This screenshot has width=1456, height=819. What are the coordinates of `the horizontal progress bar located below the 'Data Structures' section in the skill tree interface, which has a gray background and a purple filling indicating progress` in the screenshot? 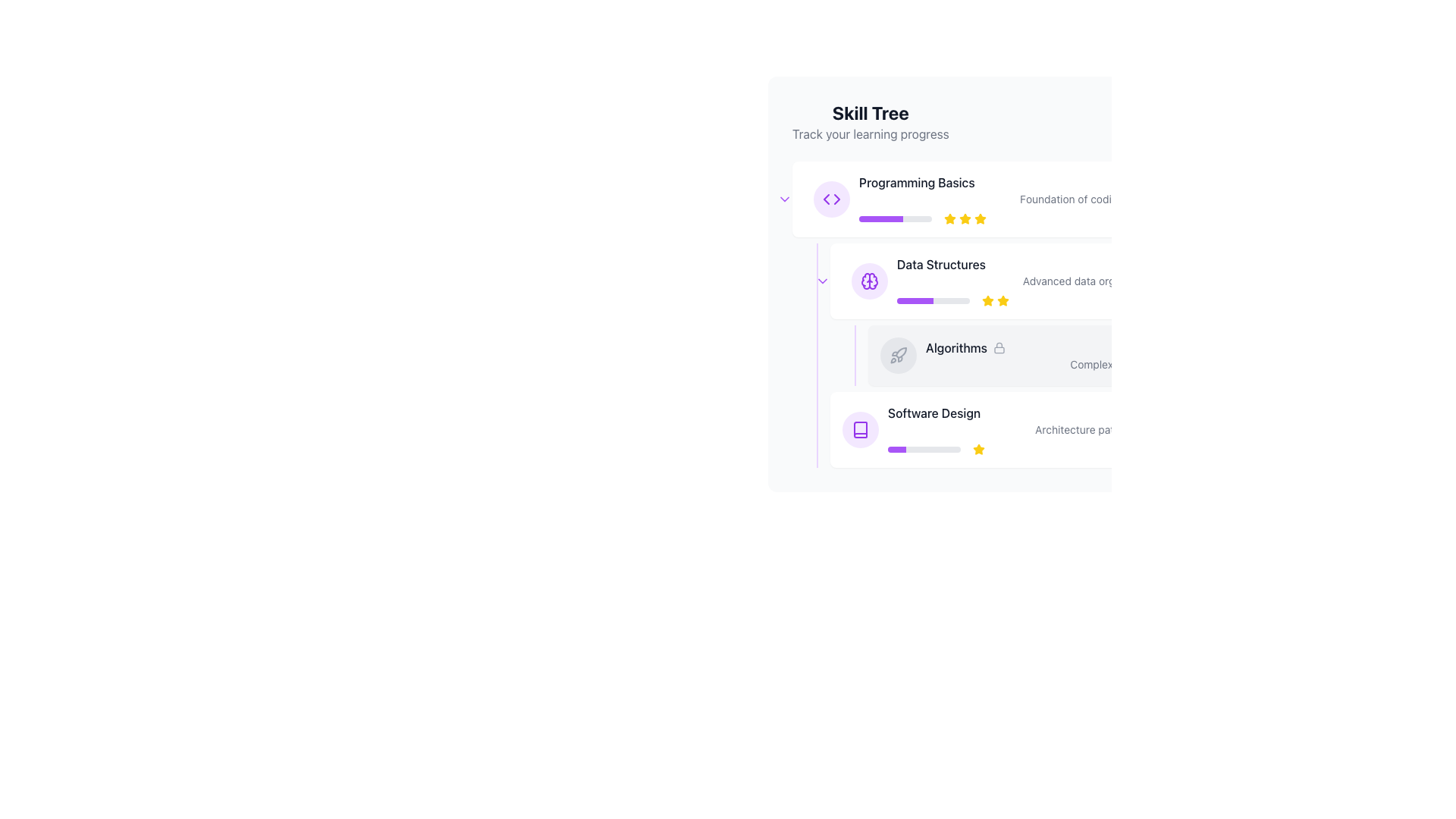 It's located at (932, 301).